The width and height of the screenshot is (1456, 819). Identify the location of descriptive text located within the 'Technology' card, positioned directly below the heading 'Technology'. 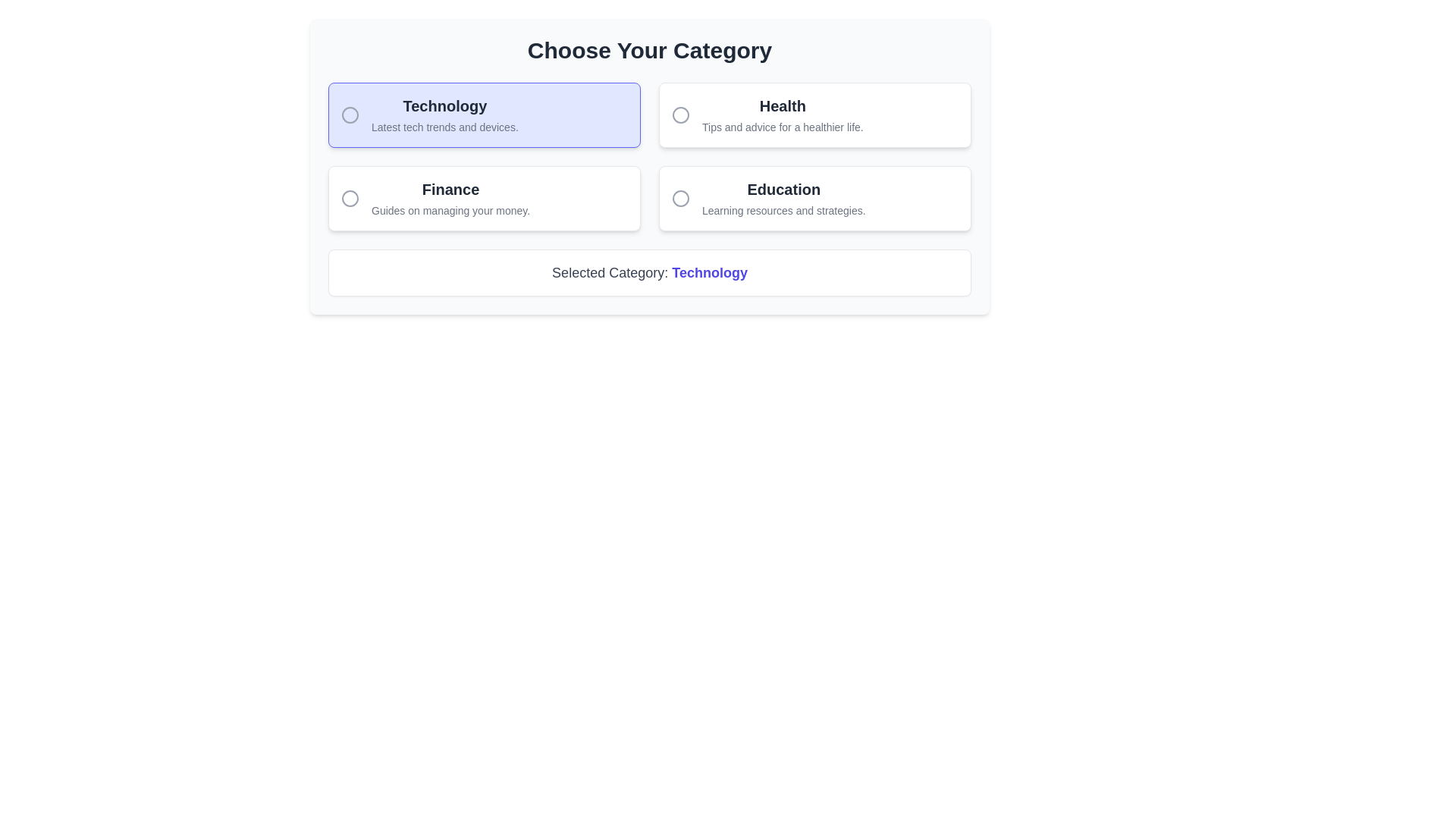
(444, 127).